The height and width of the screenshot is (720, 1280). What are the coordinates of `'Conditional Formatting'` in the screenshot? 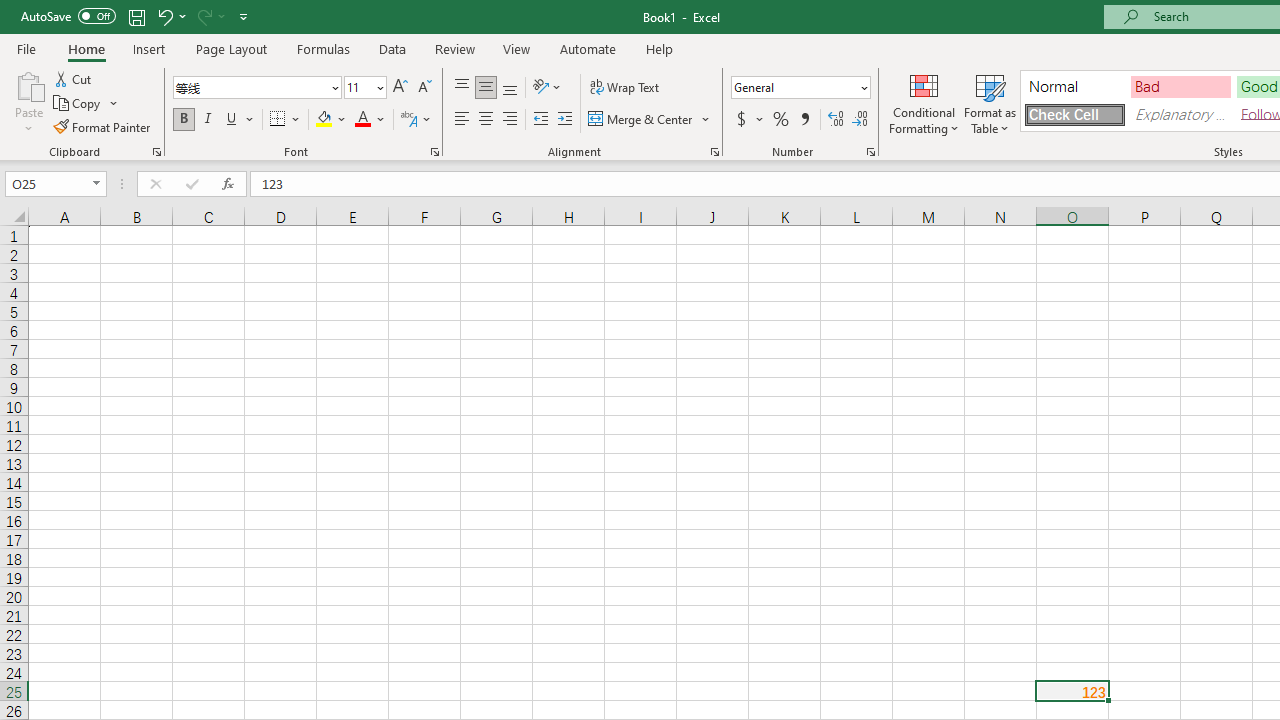 It's located at (923, 103).